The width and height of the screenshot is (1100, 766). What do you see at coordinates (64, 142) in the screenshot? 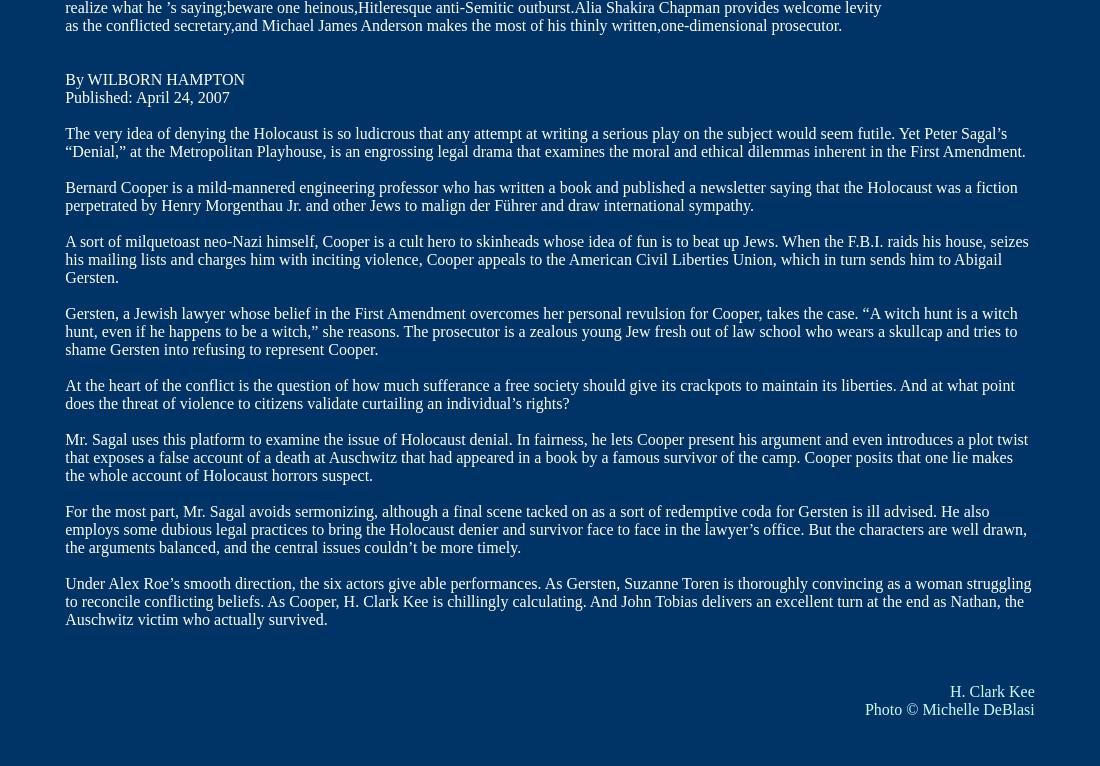
I see `'The very idea of denying the Holocaust is so ludicrous that any attempt
at writing a serious play on the subject would seem futile. Yet Peter
Sagal’s “Denial,” at the Metropolitan Playhouse, is an engrossing legal
drama that examines the moral and ethical dilemmas inherent in the
First Amendment.'` at bounding box center [64, 142].